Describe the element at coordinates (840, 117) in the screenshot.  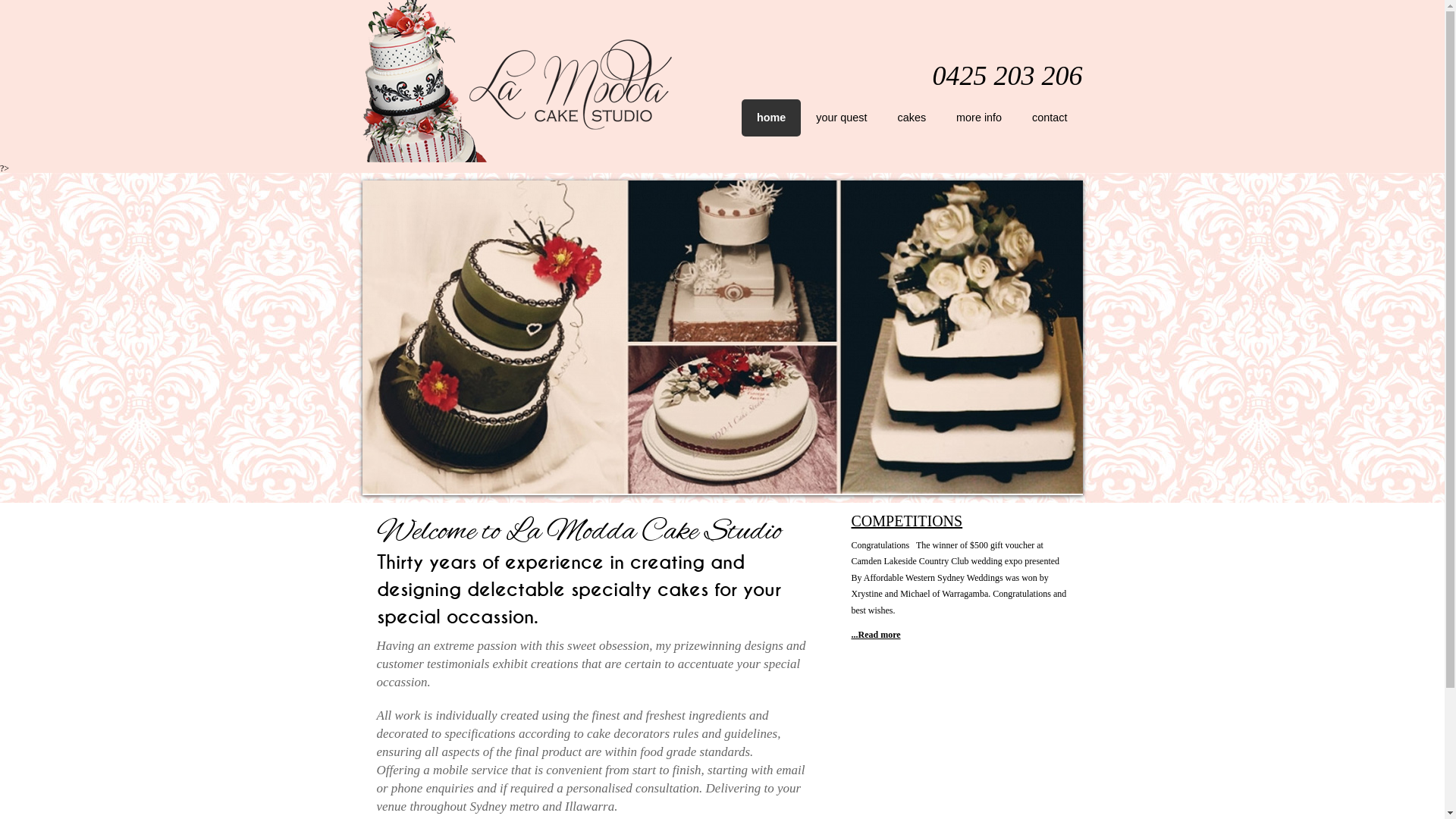
I see `'your quest'` at that location.